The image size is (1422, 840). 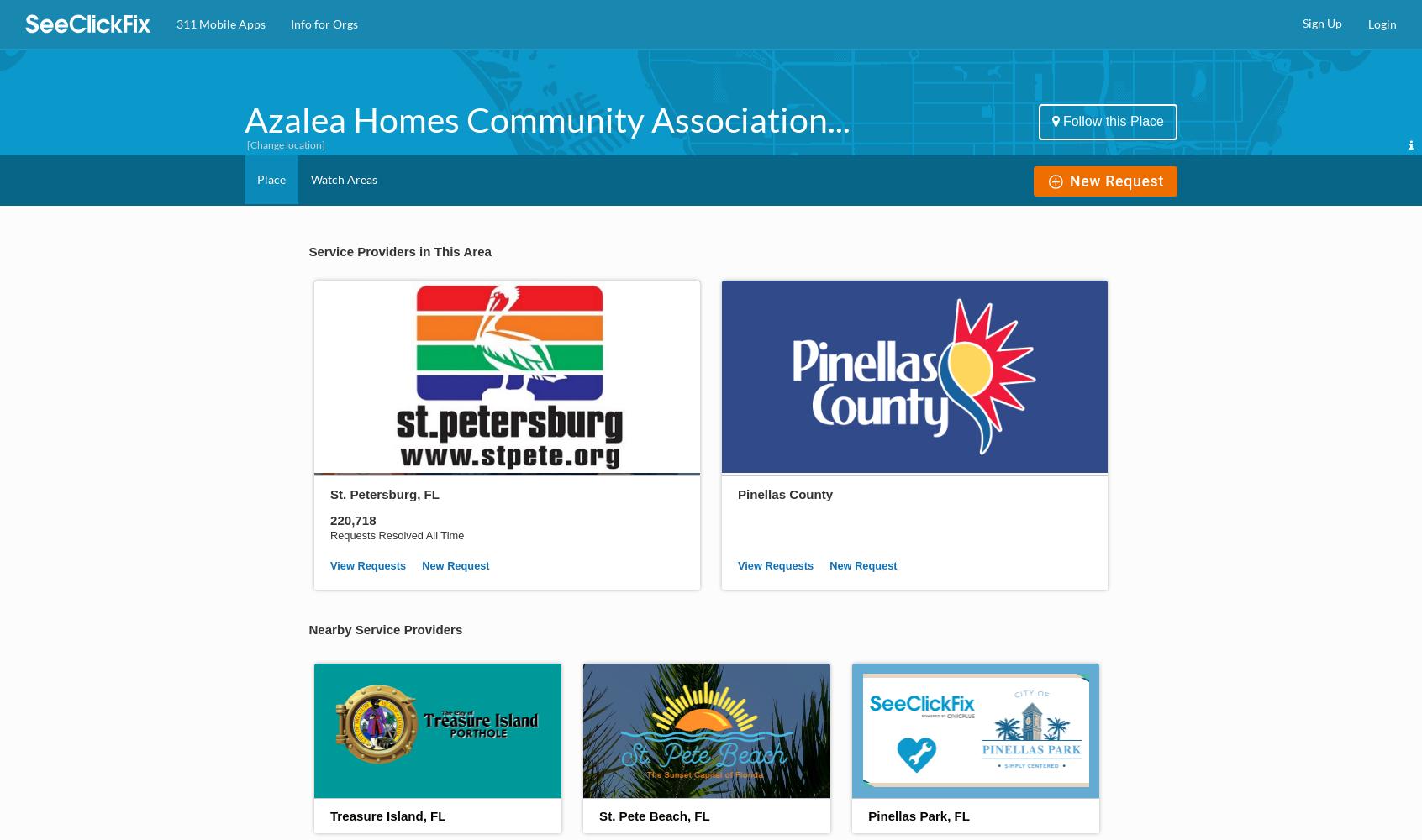 What do you see at coordinates (1059, 120) in the screenshot?
I see `'Follow this Place'` at bounding box center [1059, 120].